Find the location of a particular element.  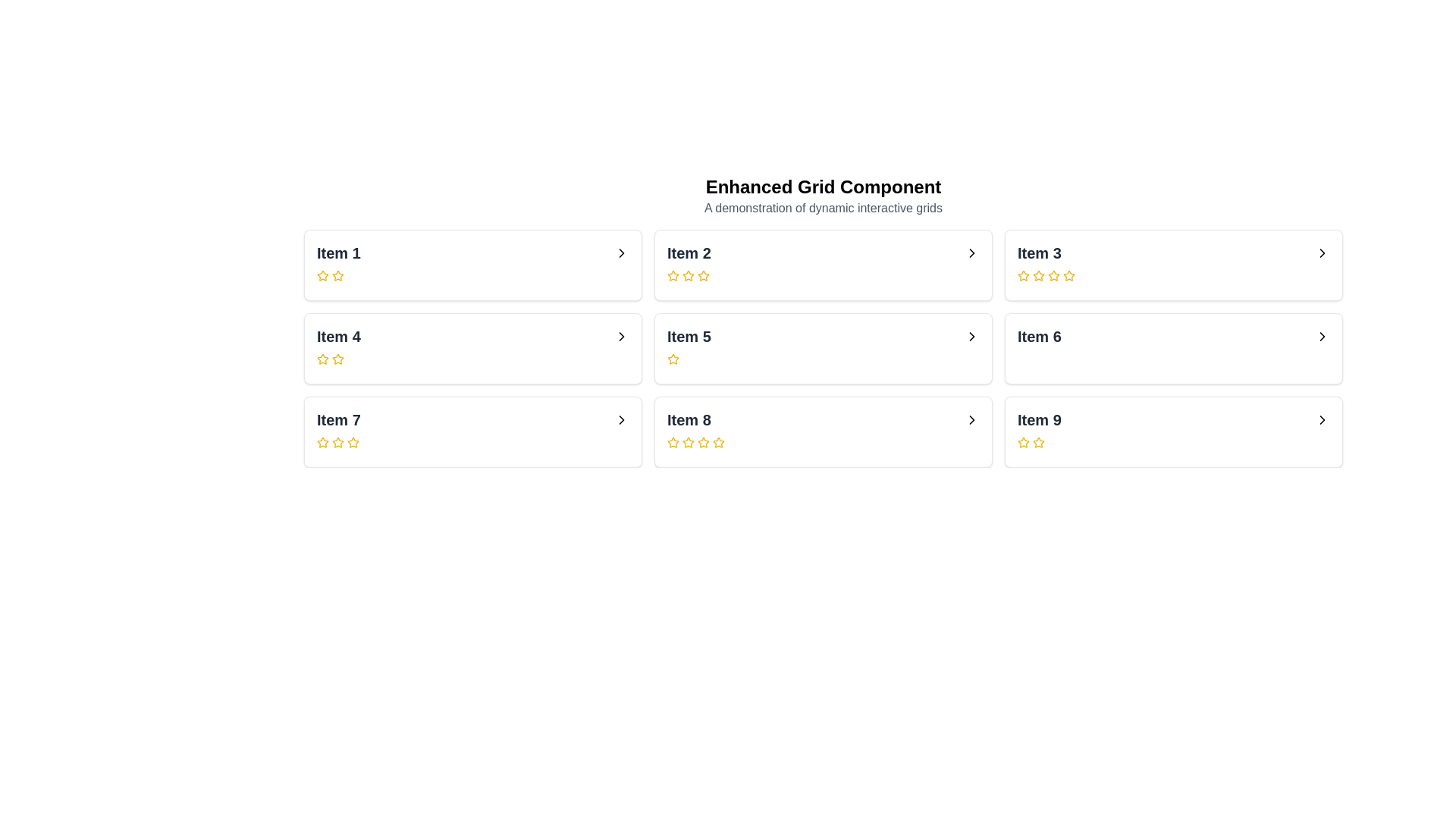

the rating value of the rating star component for 'Item 4', located below the title and above the right-facing arrow in the card area is located at coordinates (472, 359).